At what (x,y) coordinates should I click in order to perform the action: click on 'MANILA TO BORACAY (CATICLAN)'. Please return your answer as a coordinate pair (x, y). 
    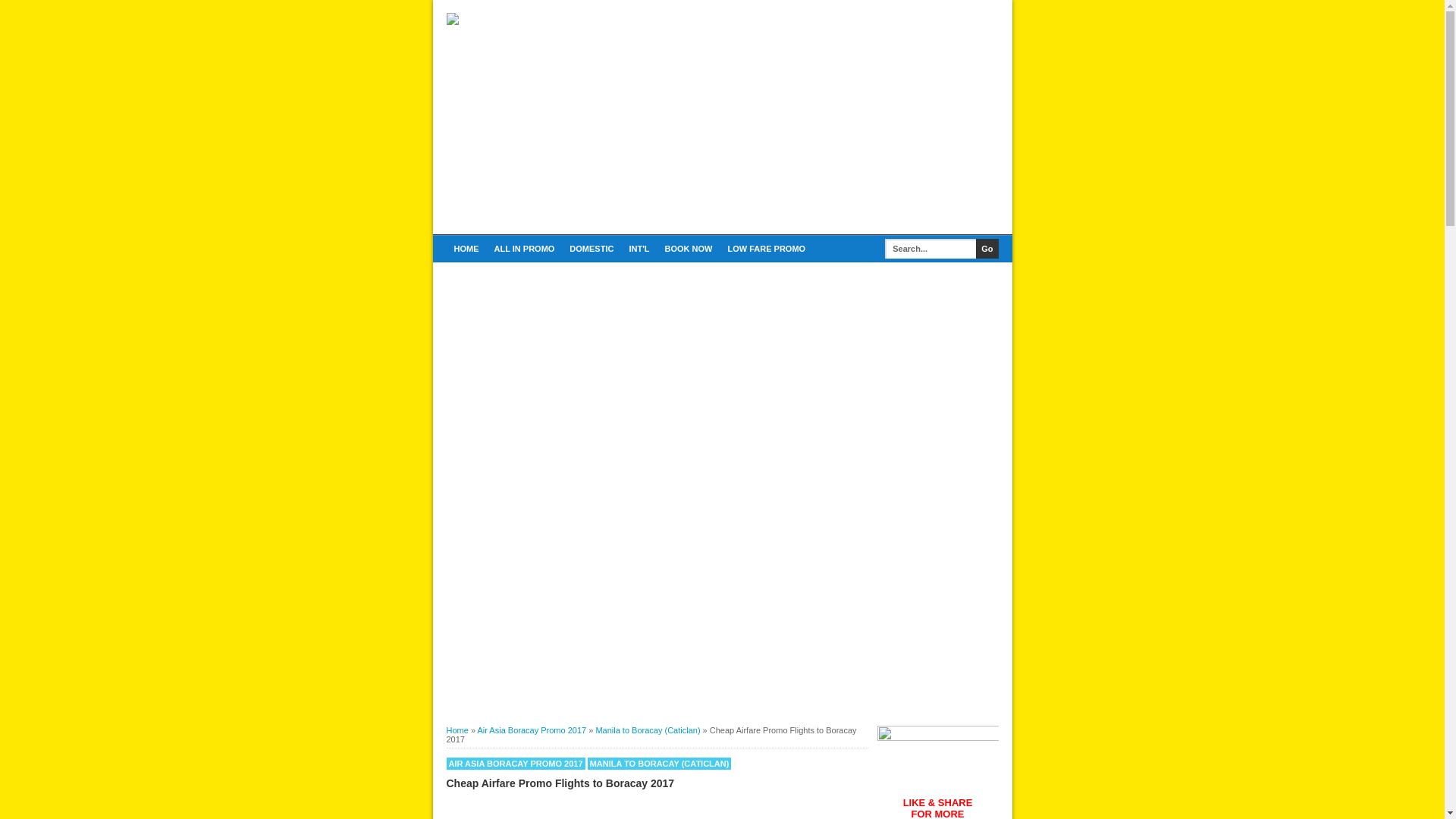
    Looking at the image, I should click on (659, 763).